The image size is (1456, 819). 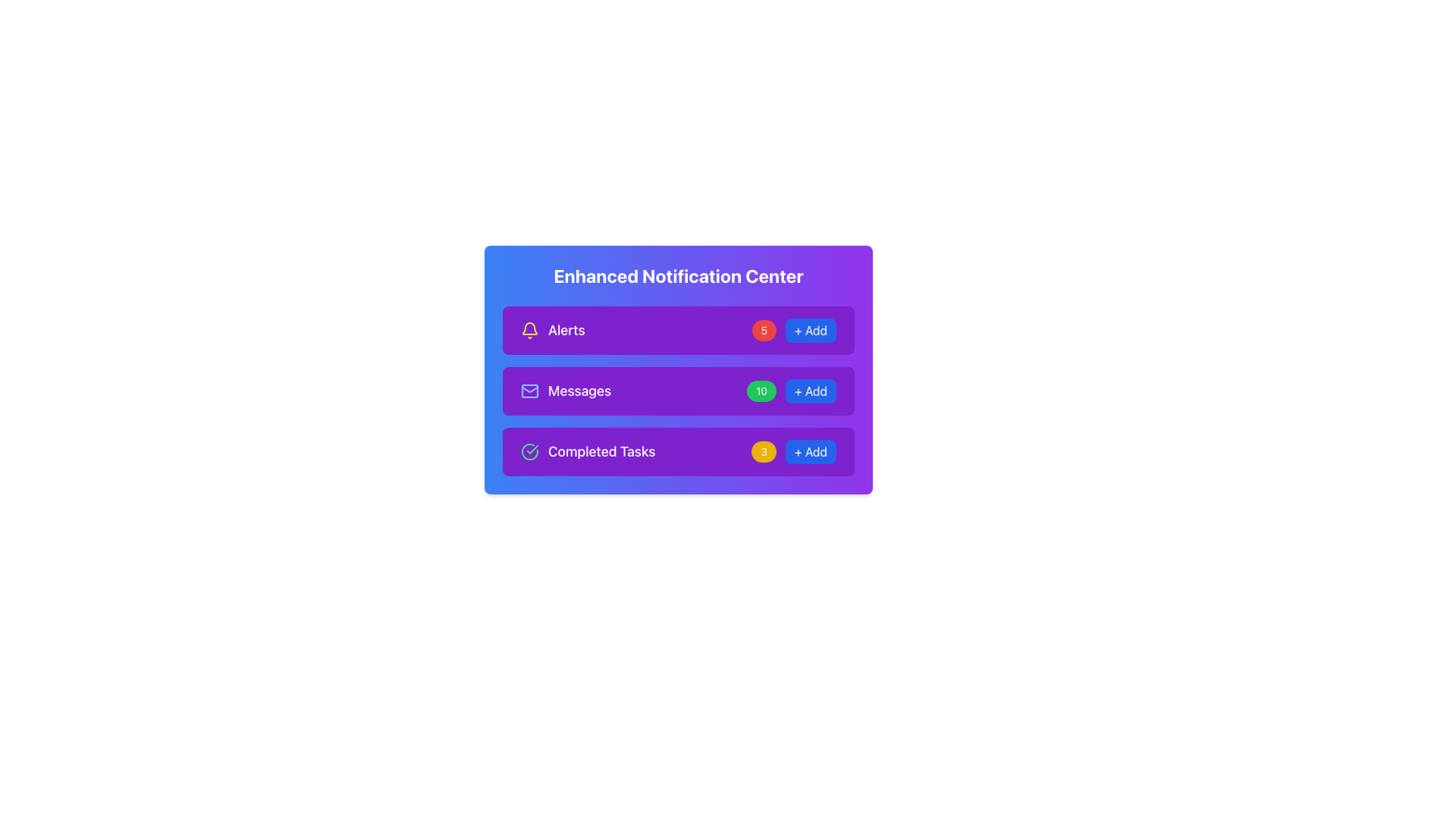 I want to click on the 'Alerts' text label with a bell icon for navigation, so click(x=552, y=329).